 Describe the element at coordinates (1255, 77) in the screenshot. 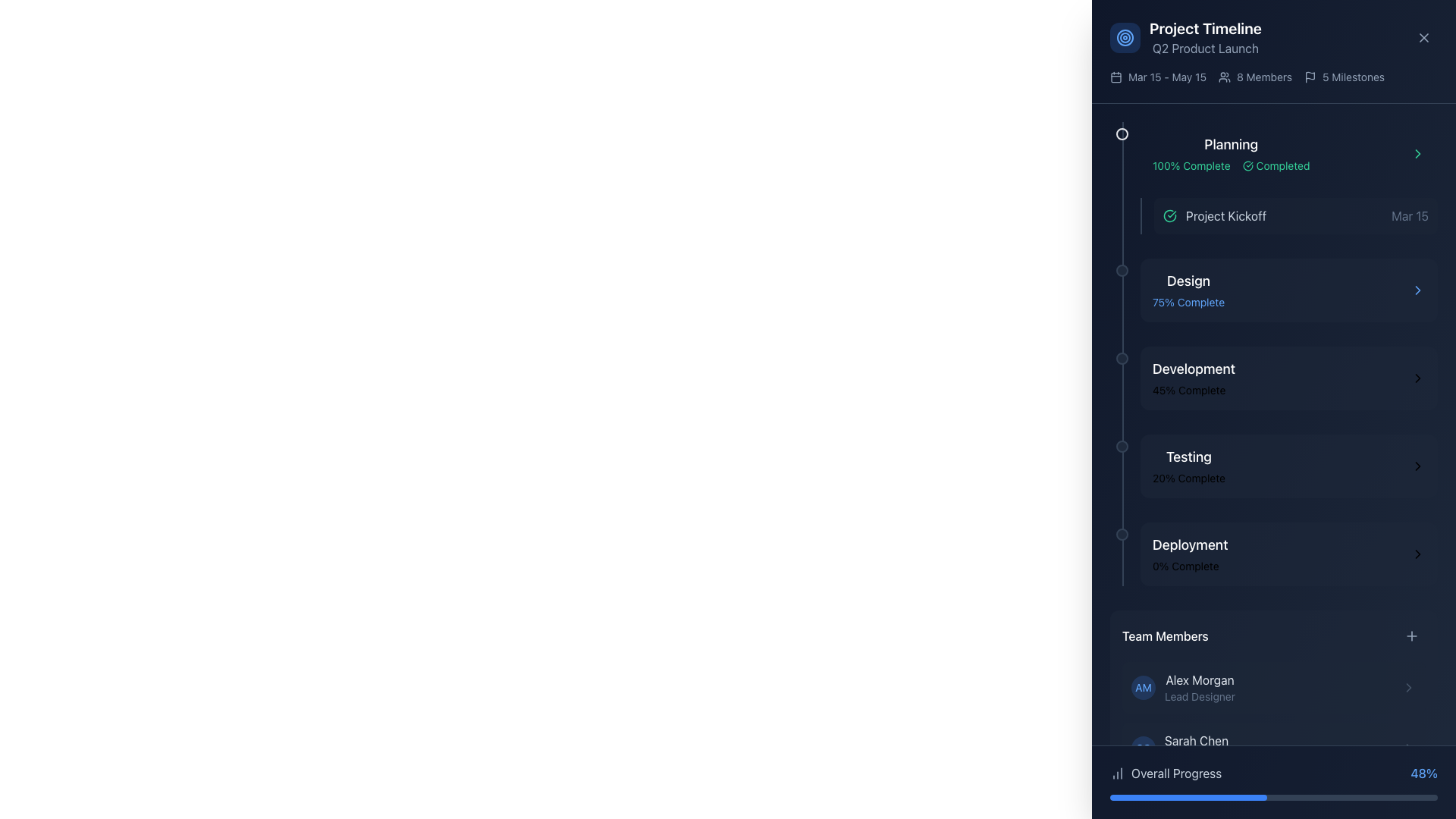

I see `the static informational label that displays '8 Members' located between 'Mar 15 - May 15' and '5 Milestones'` at that location.